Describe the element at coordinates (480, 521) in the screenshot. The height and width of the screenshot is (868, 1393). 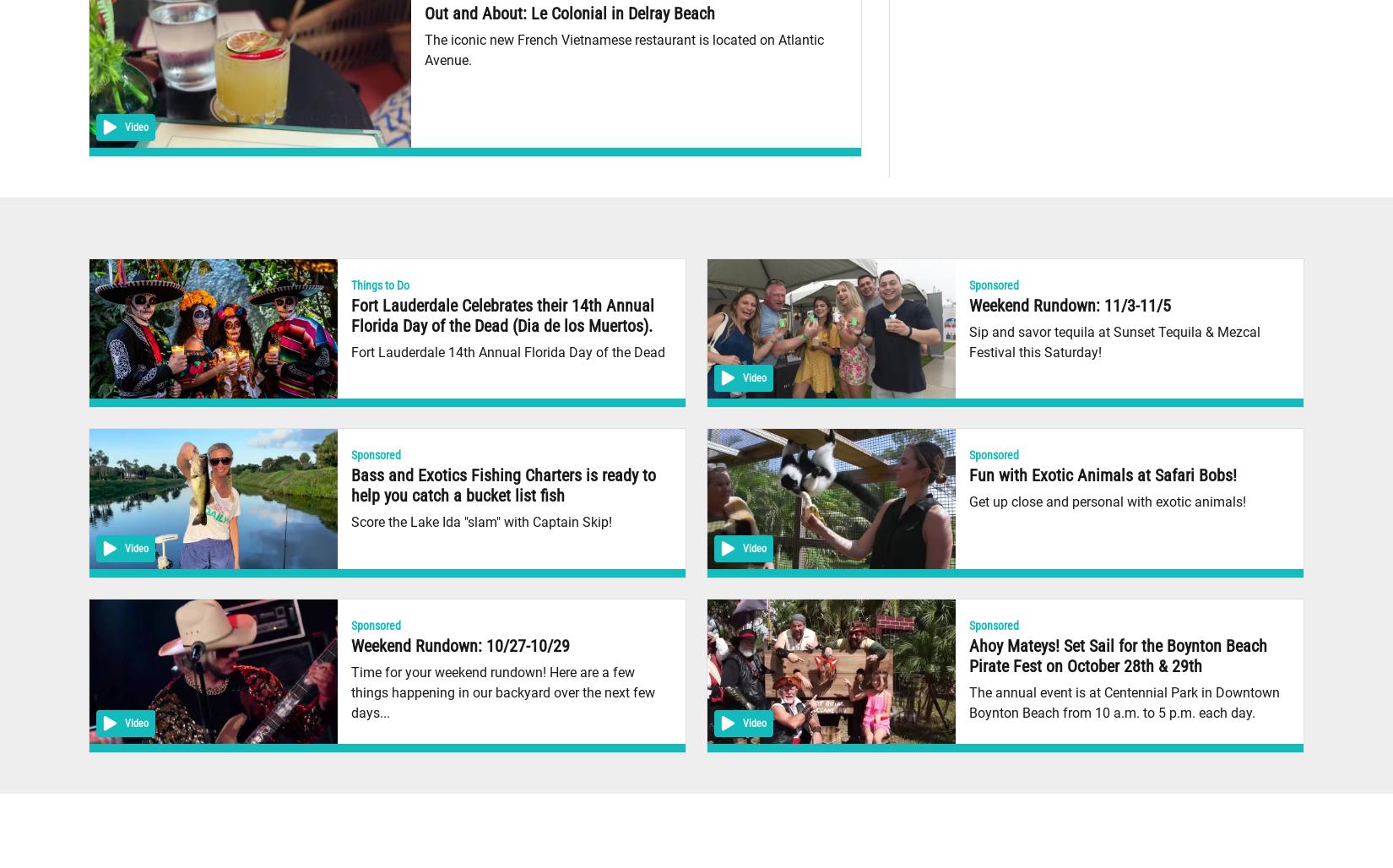
I see `'Score the Lake Ida "slam" with Captain Skip!'` at that location.